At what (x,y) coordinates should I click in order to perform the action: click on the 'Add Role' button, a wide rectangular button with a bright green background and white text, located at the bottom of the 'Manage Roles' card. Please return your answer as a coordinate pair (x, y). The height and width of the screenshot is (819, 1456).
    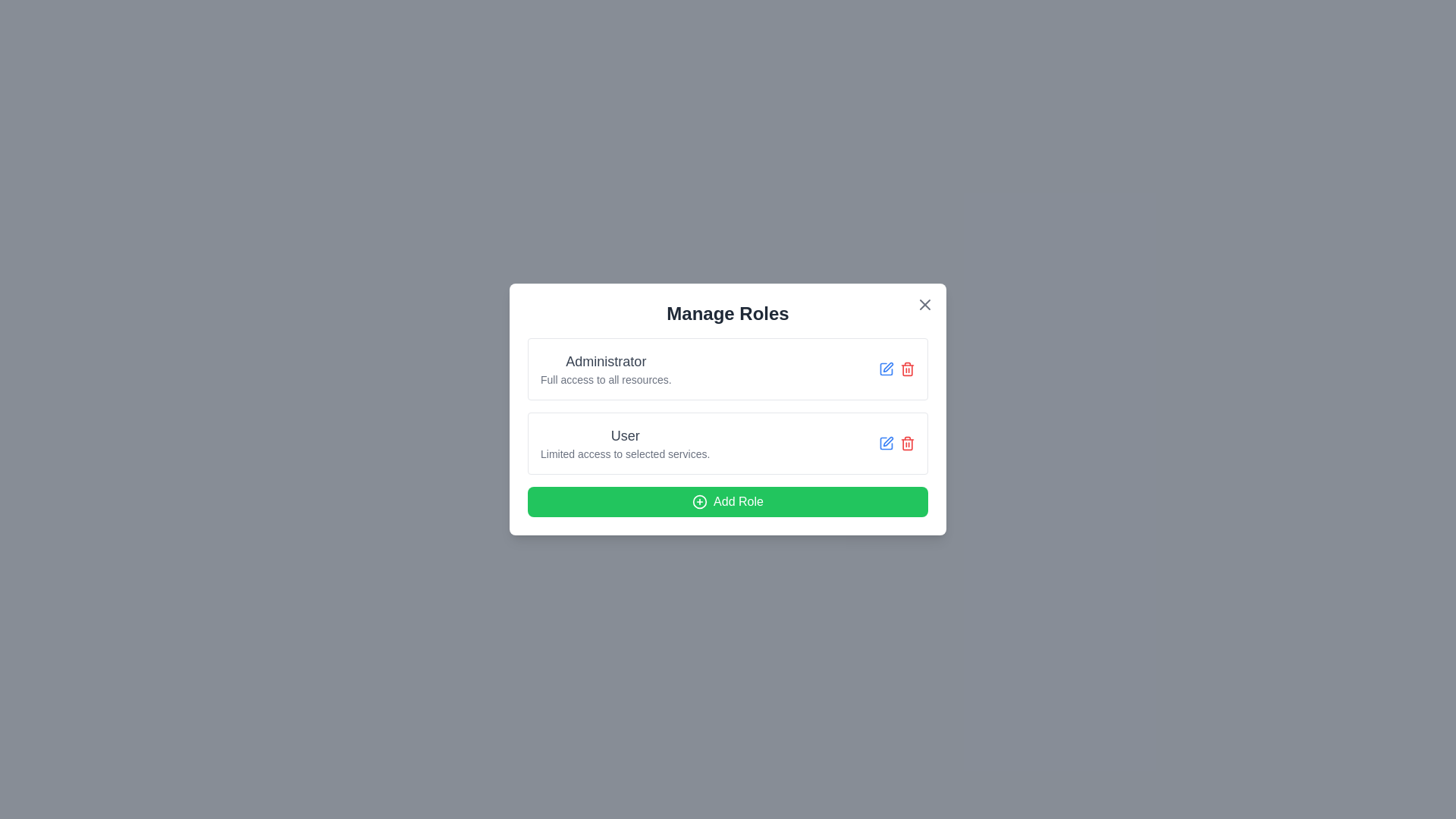
    Looking at the image, I should click on (728, 502).